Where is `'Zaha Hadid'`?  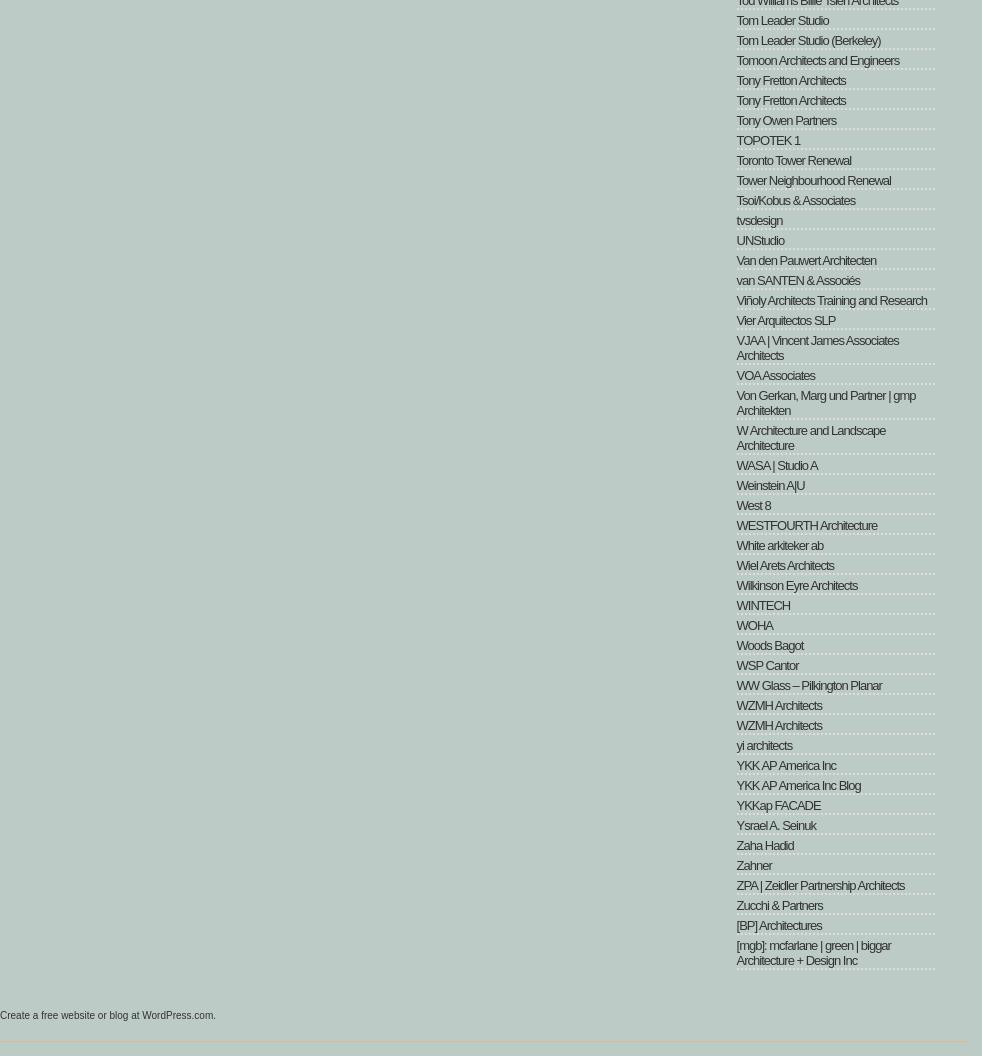
'Zaha Hadid' is located at coordinates (764, 845).